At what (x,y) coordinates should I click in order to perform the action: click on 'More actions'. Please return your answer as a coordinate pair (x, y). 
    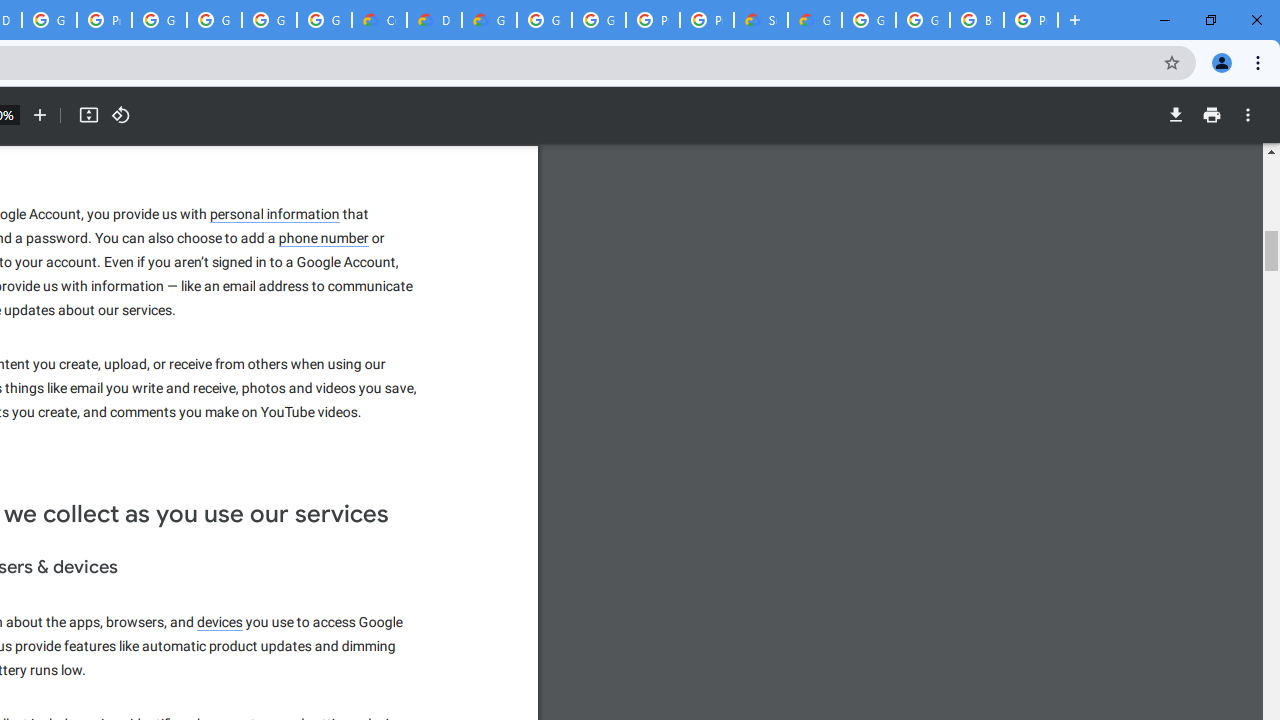
    Looking at the image, I should click on (1247, 115).